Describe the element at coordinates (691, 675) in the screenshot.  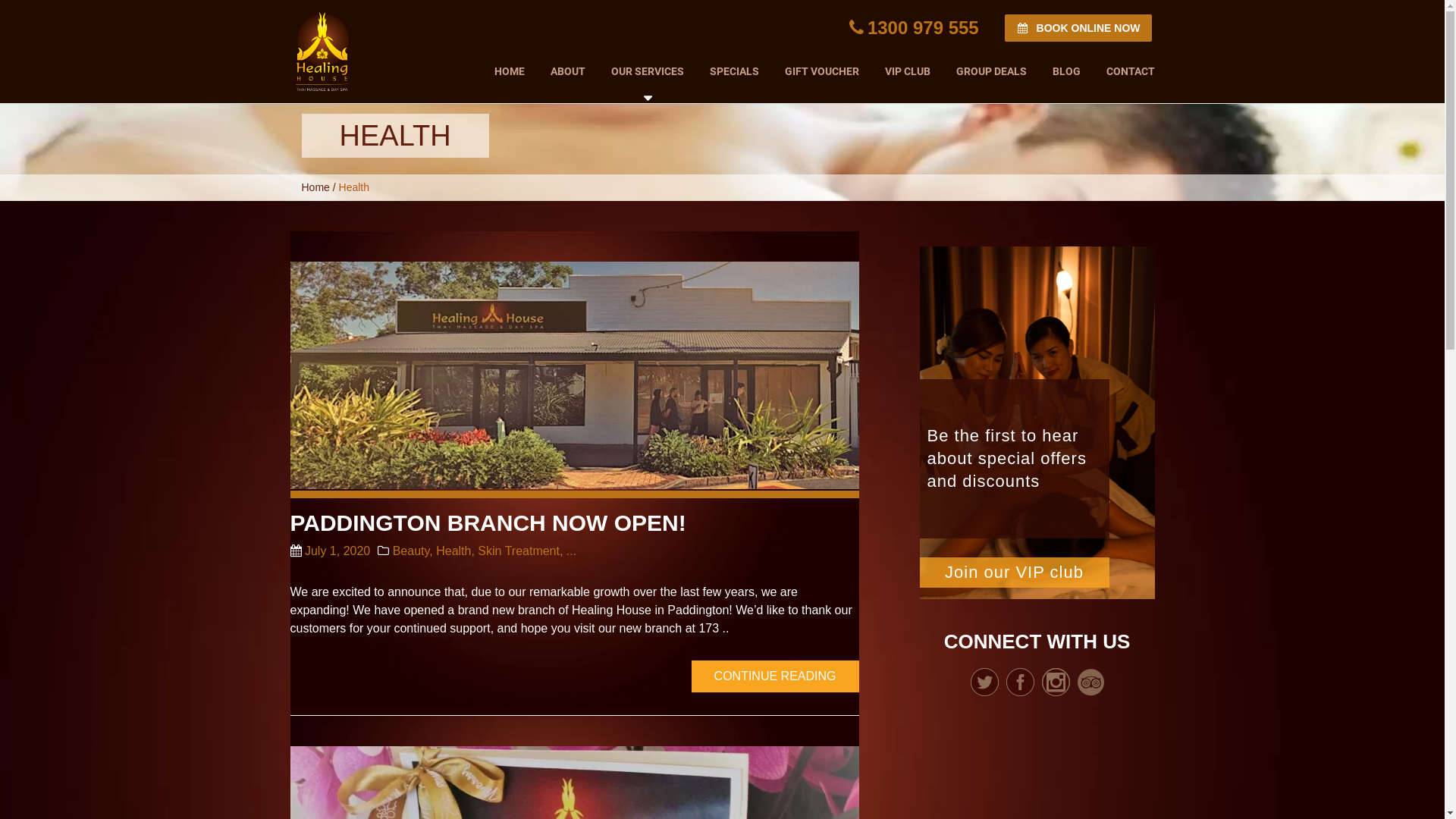
I see `'CONTINUE READING'` at that location.